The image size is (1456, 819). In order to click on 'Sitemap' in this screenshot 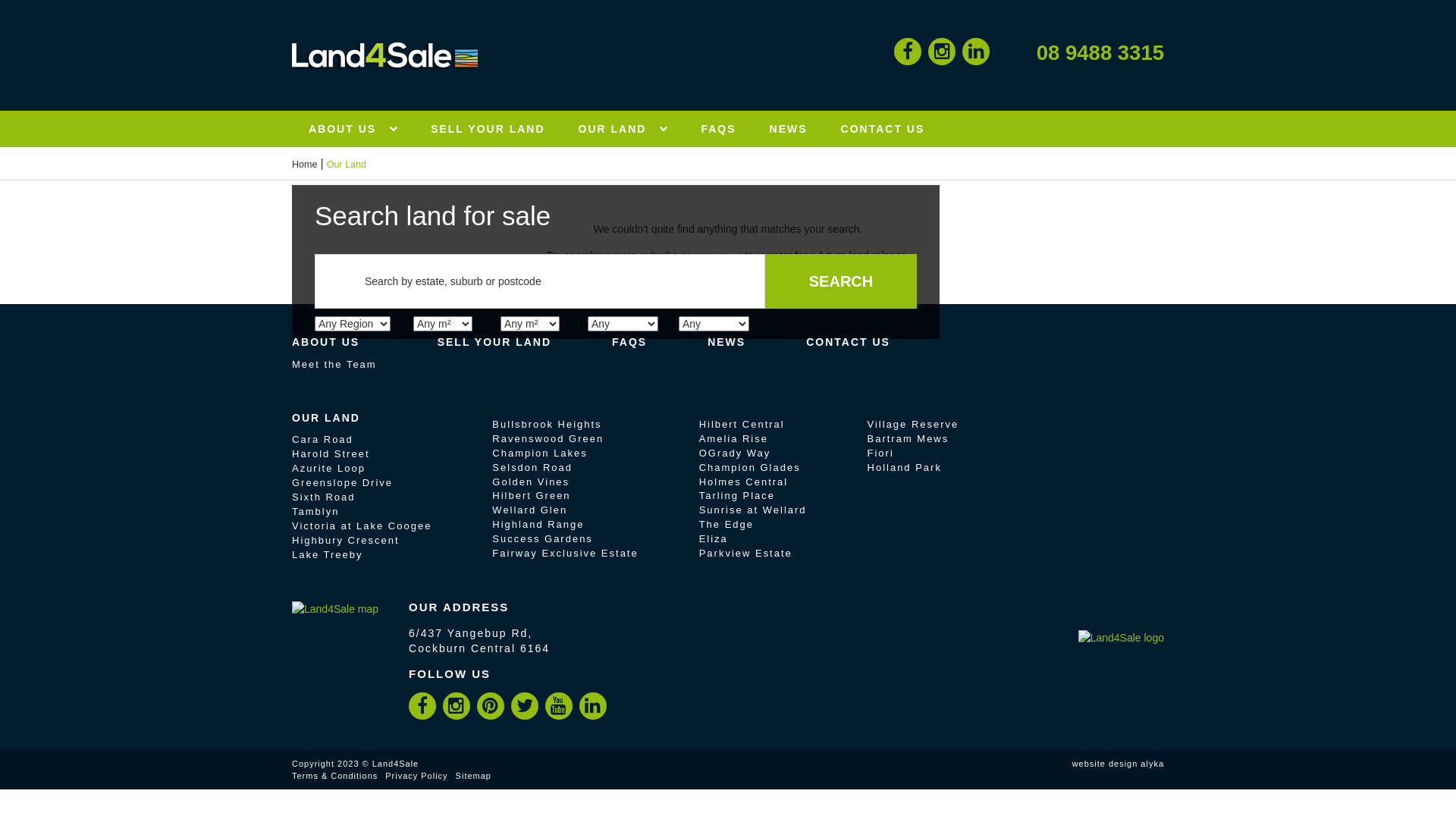, I will do `click(472, 775)`.